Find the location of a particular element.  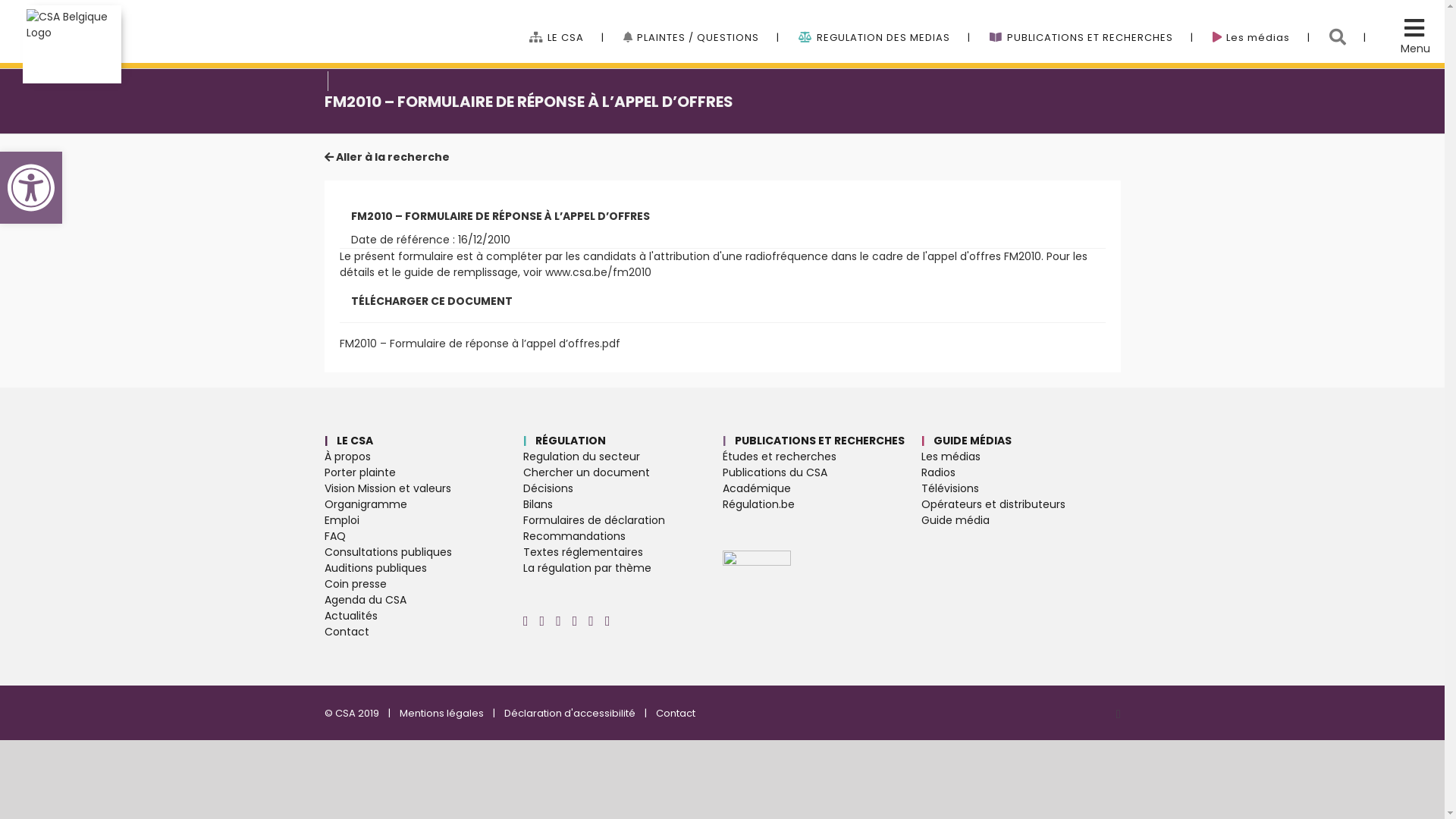

'Chercher un document' is located at coordinates (623, 472).